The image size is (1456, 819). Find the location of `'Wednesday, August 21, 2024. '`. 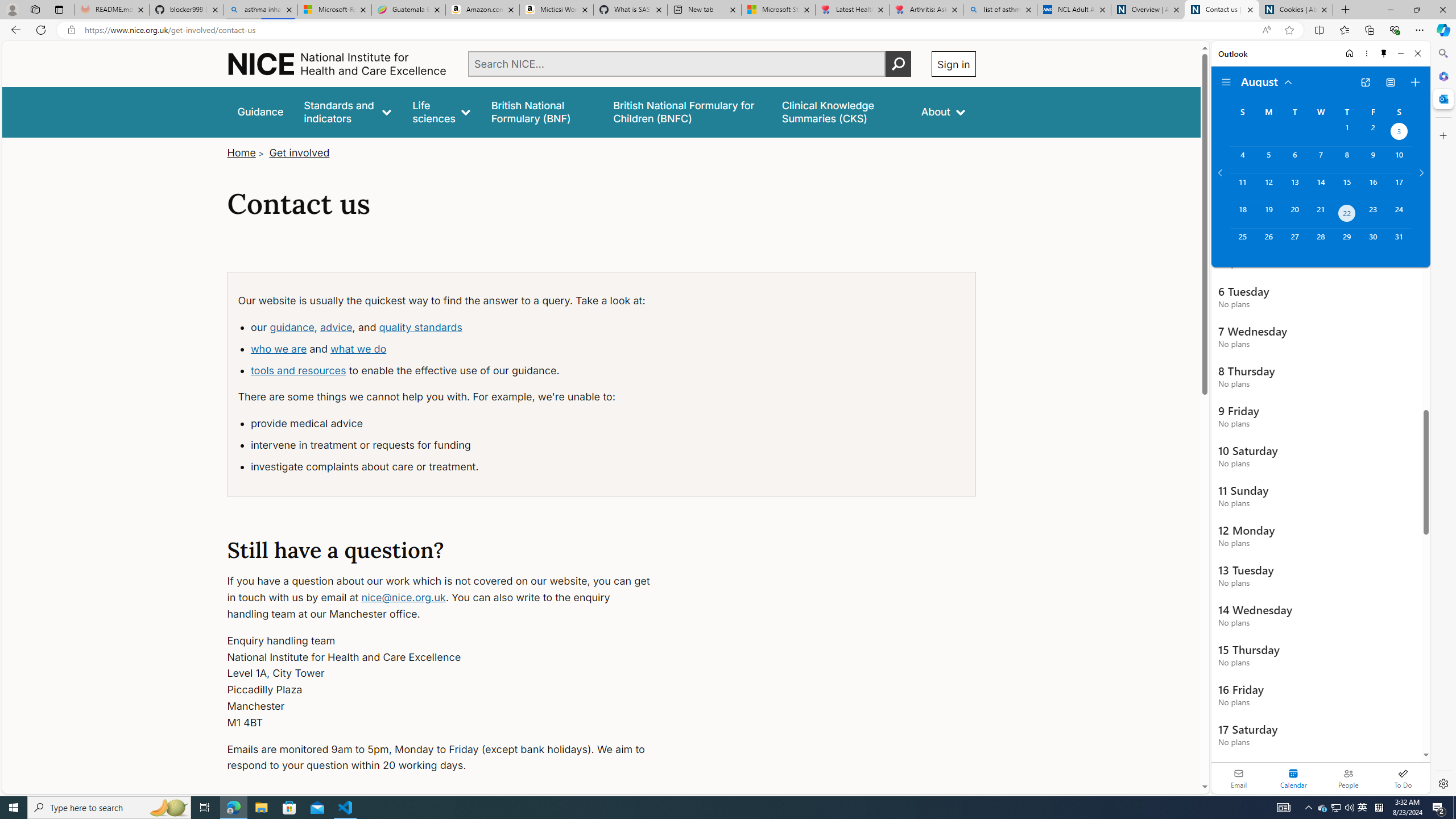

'Wednesday, August 21, 2024. ' is located at coordinates (1319, 214).